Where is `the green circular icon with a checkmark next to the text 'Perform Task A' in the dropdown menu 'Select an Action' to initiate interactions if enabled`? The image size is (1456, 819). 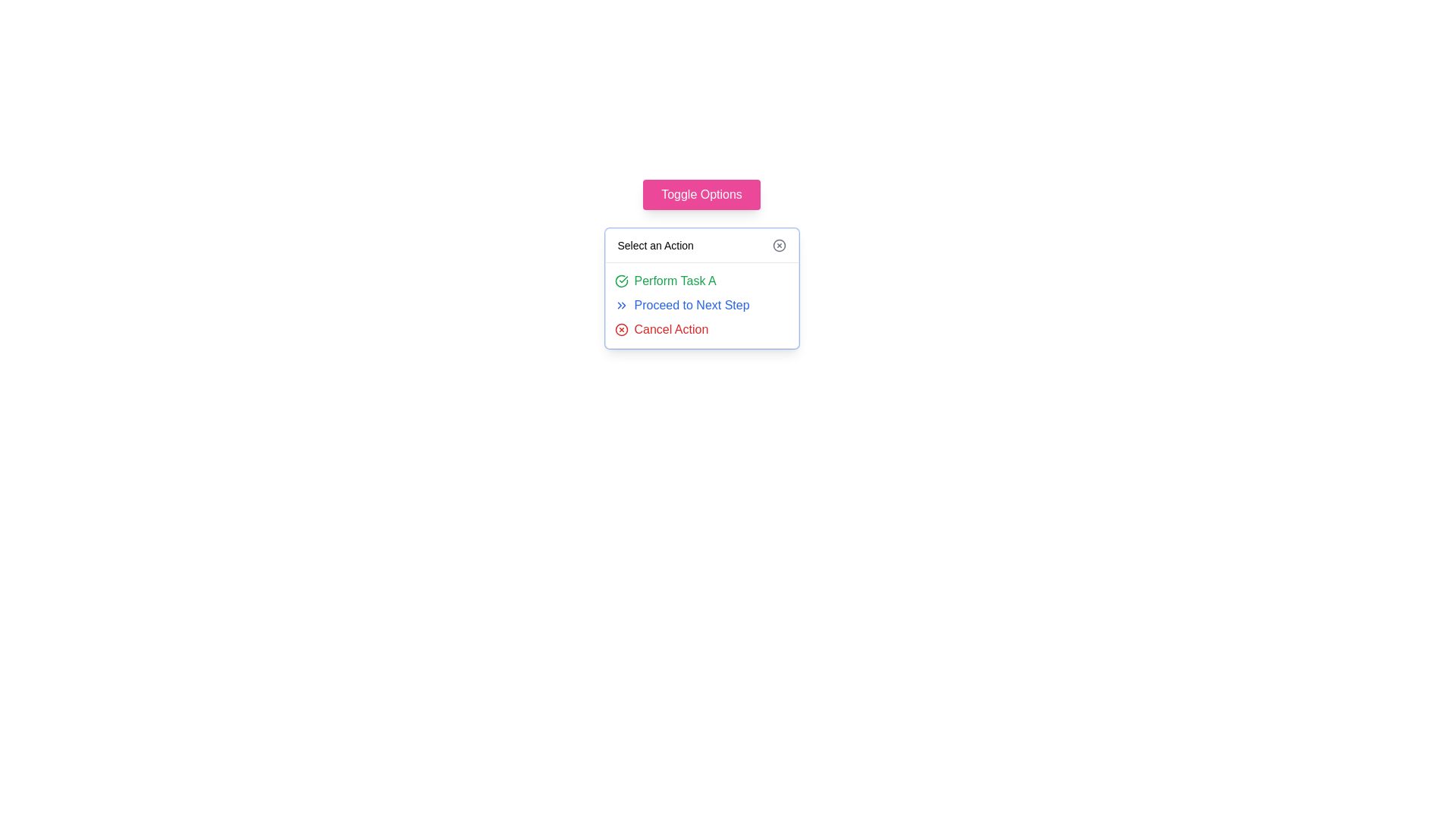
the green circular icon with a checkmark next to the text 'Perform Task A' in the dropdown menu 'Select an Action' to initiate interactions if enabled is located at coordinates (621, 281).